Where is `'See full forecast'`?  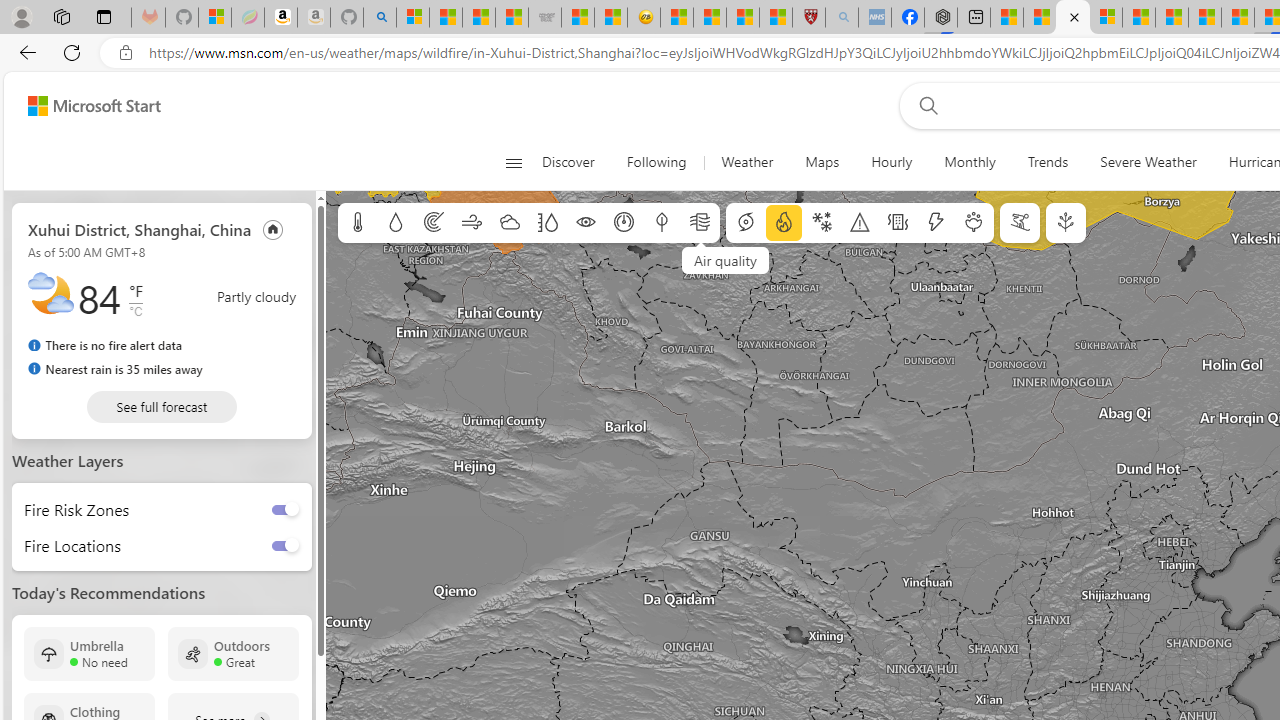 'See full forecast' is located at coordinates (161, 406).